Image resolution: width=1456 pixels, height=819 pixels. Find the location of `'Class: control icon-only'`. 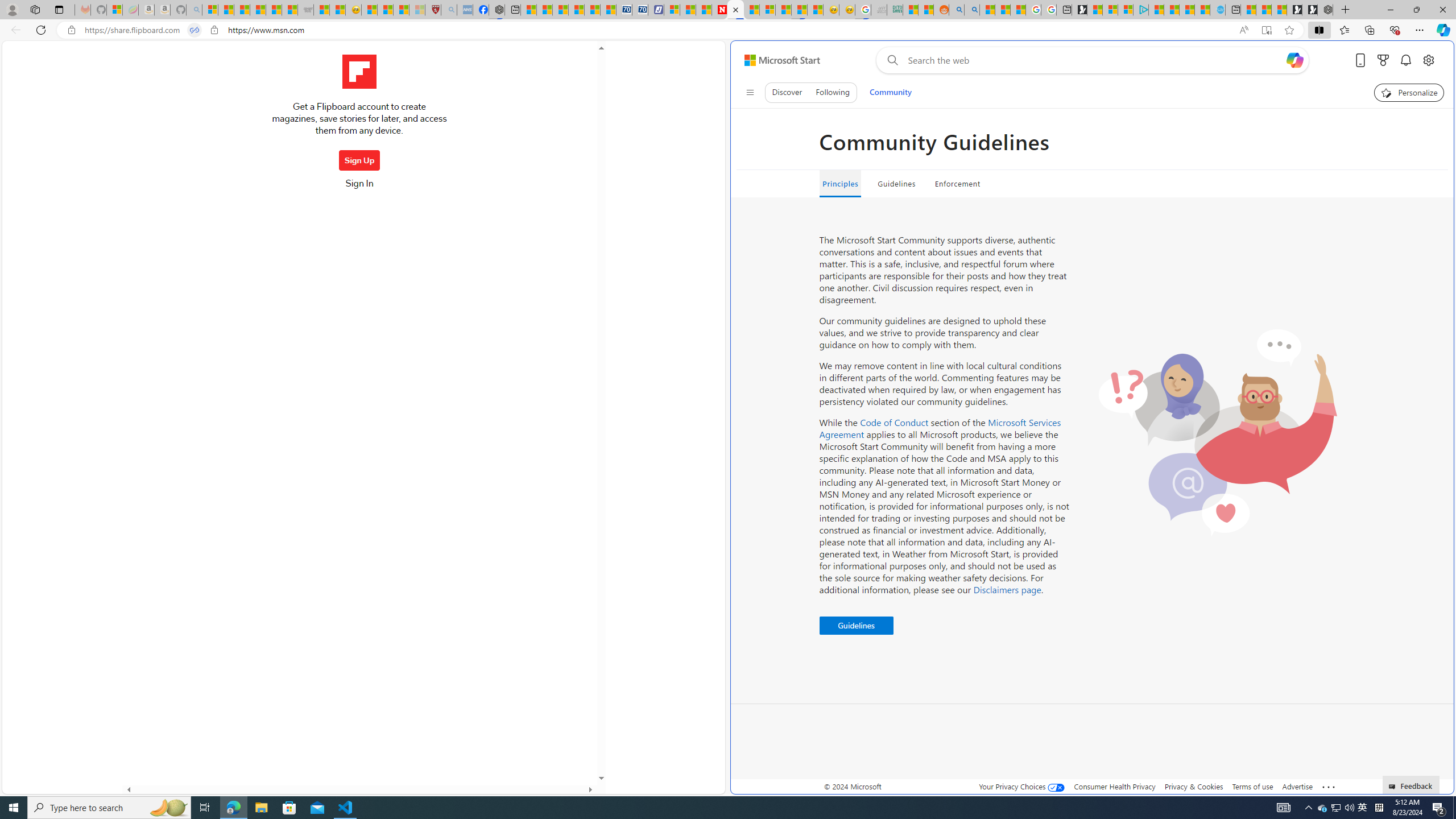

'Class: control icon-only' is located at coordinates (749, 92).